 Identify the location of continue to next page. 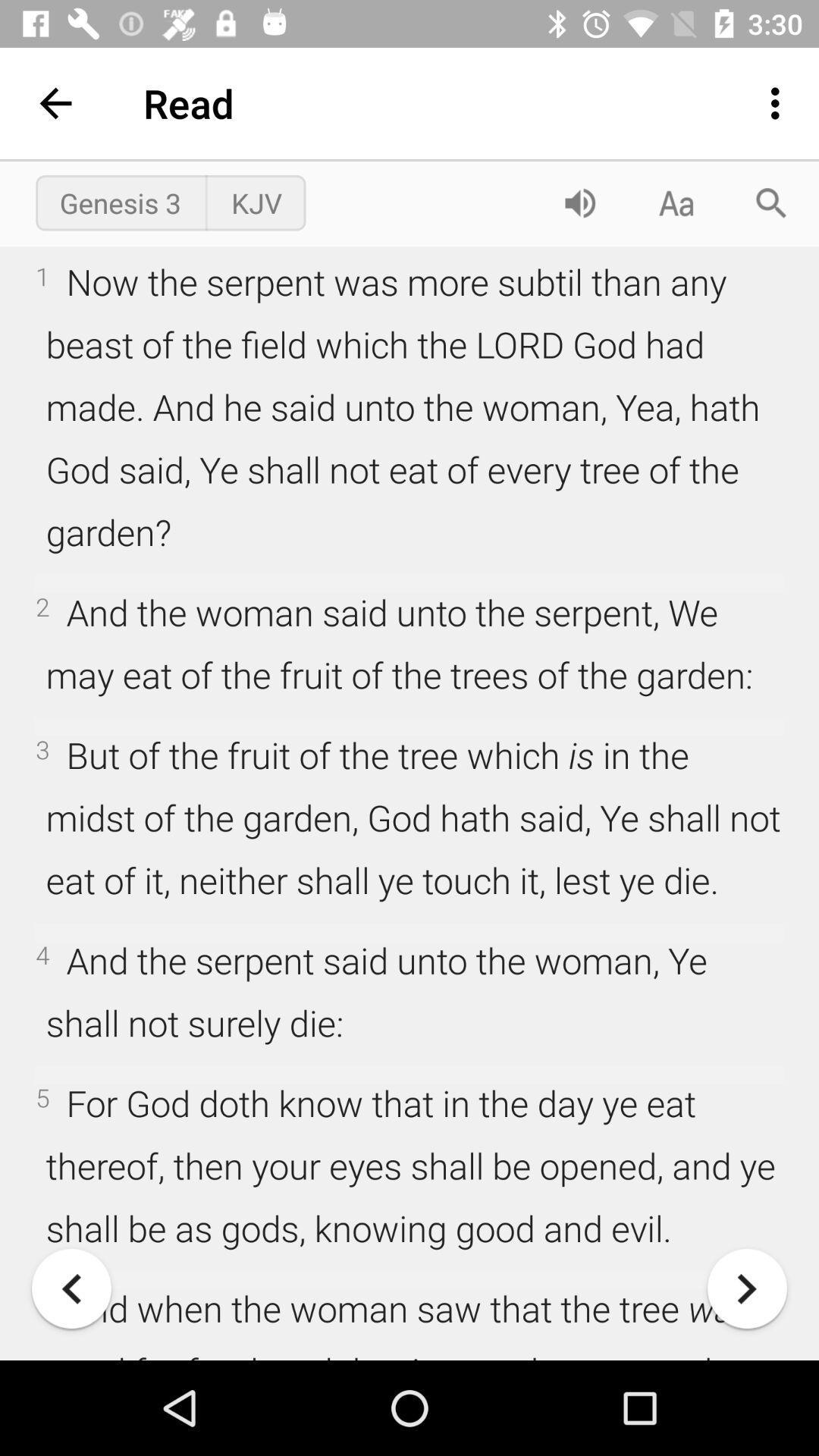
(746, 1288).